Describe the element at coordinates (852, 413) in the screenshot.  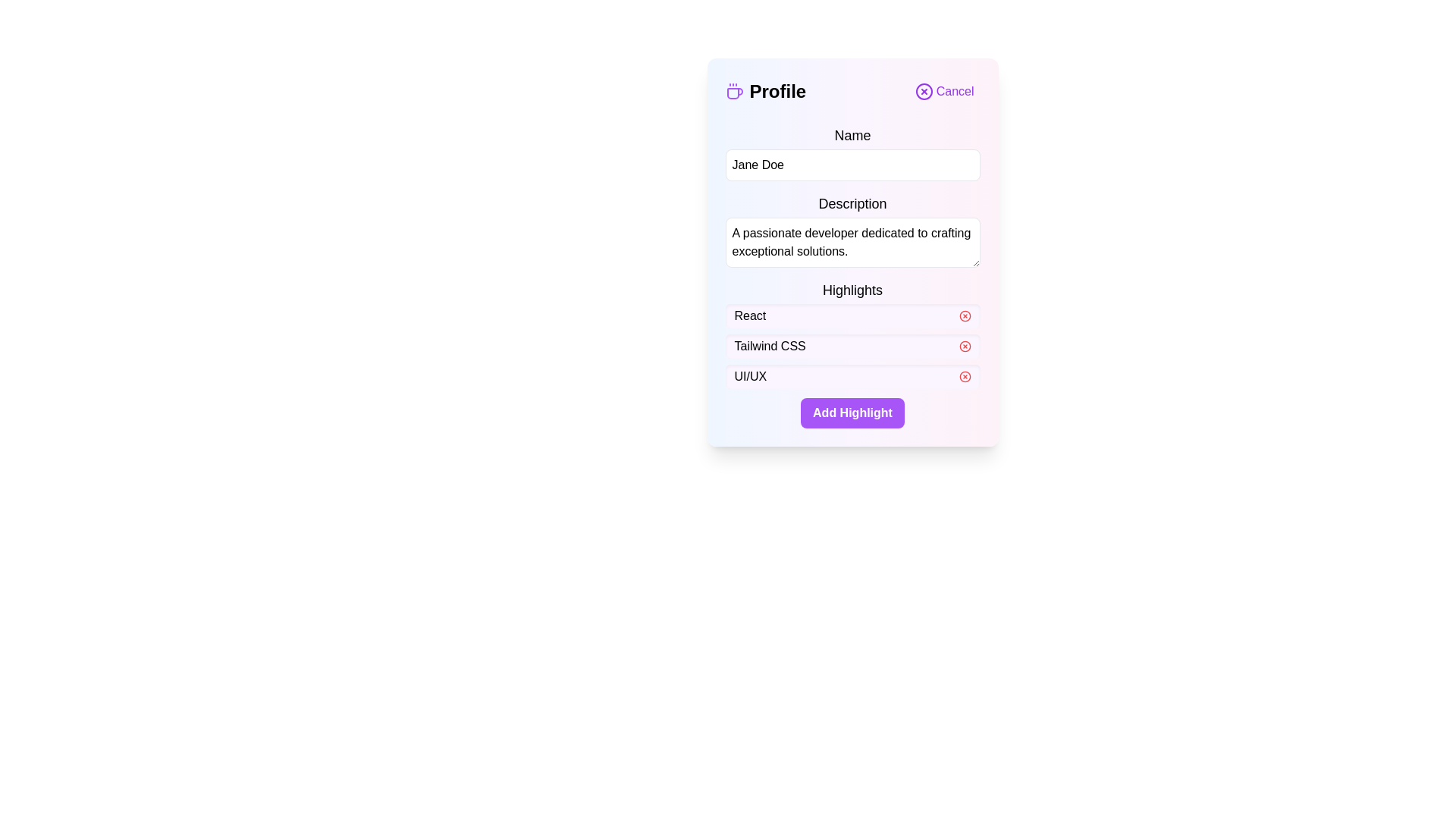
I see `the 'Add Highlight' button located at the lower part of the 'Highlights' section` at that location.